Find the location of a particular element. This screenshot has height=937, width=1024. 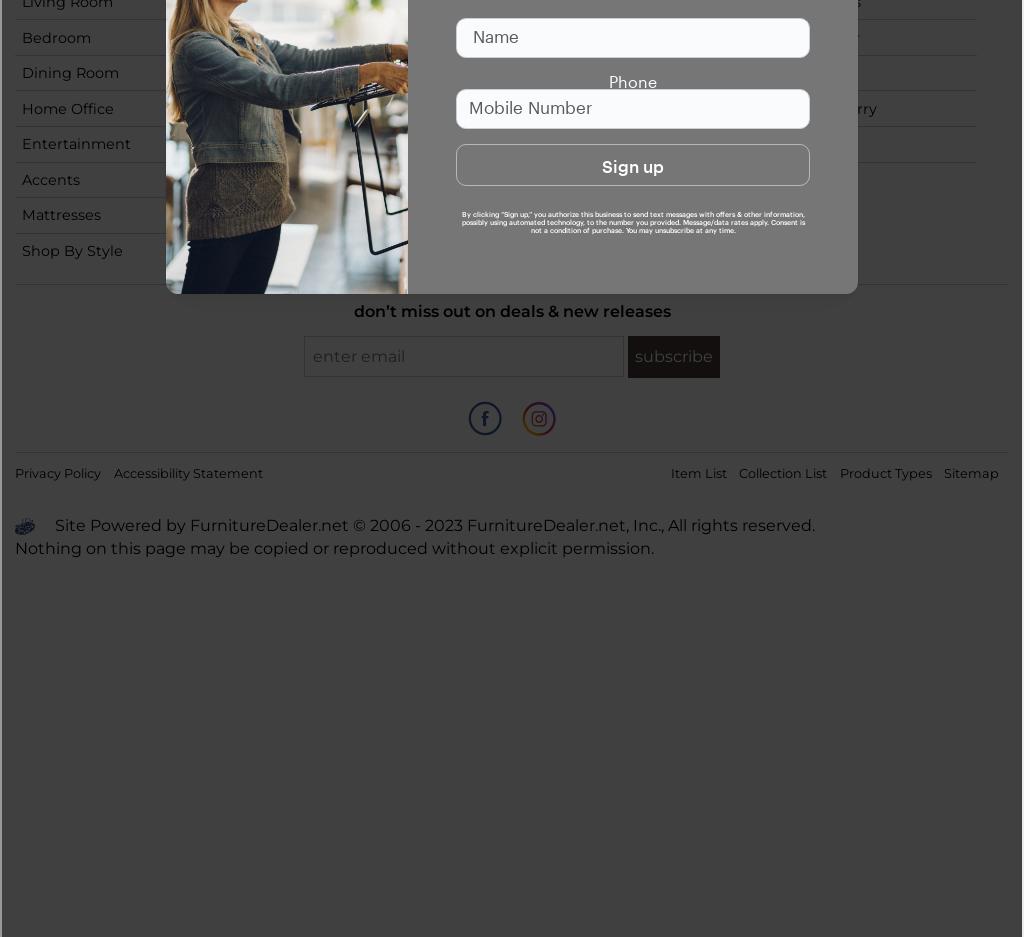

'Mattresses' is located at coordinates (60, 215).